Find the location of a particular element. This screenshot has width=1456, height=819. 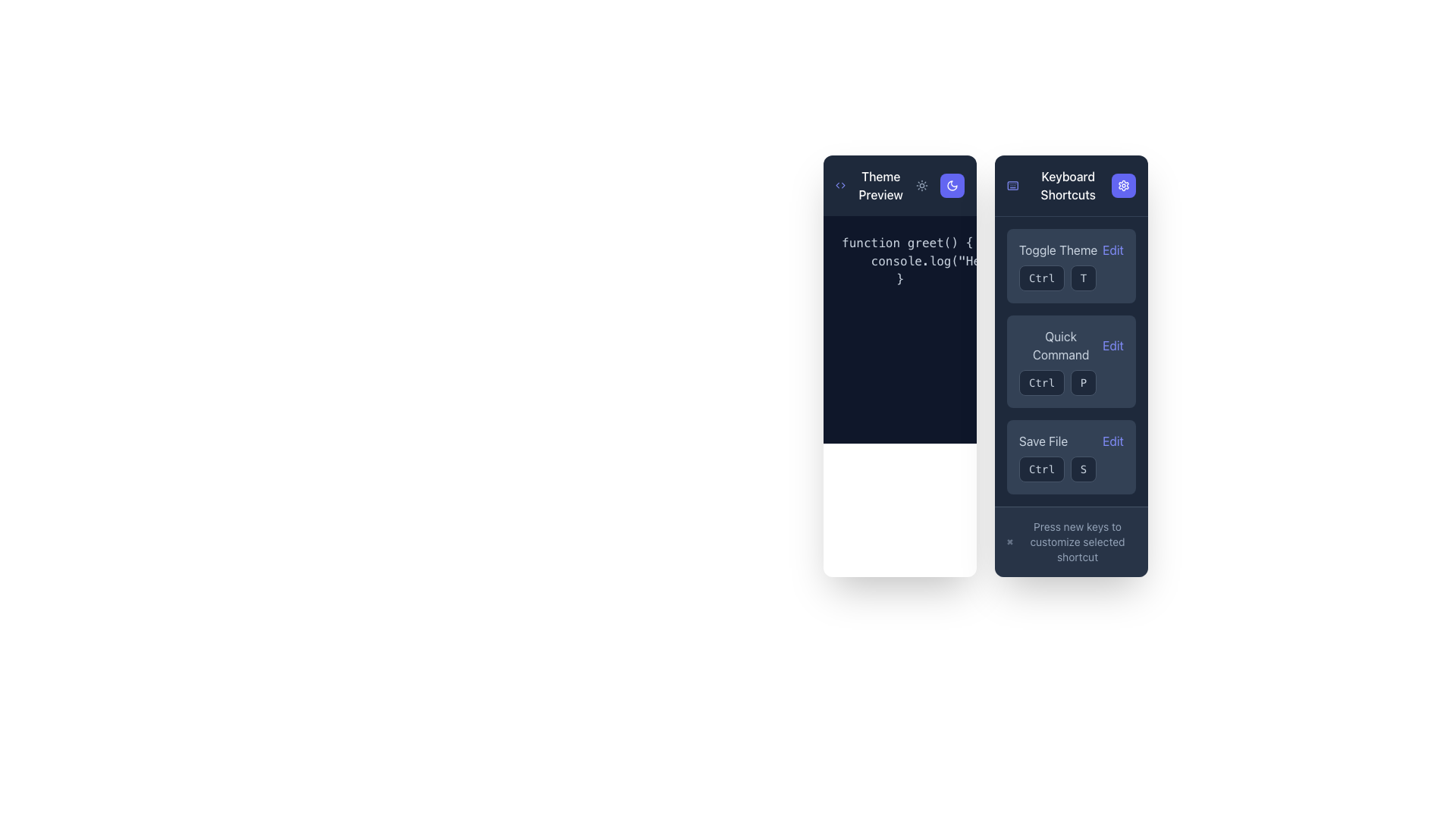

the 'Ctrl' or 'P' buttons in the keyboard shortcut configuration for the 'Quick Command' functionality, which is the second item in the list within the sidebar is located at coordinates (1070, 362).